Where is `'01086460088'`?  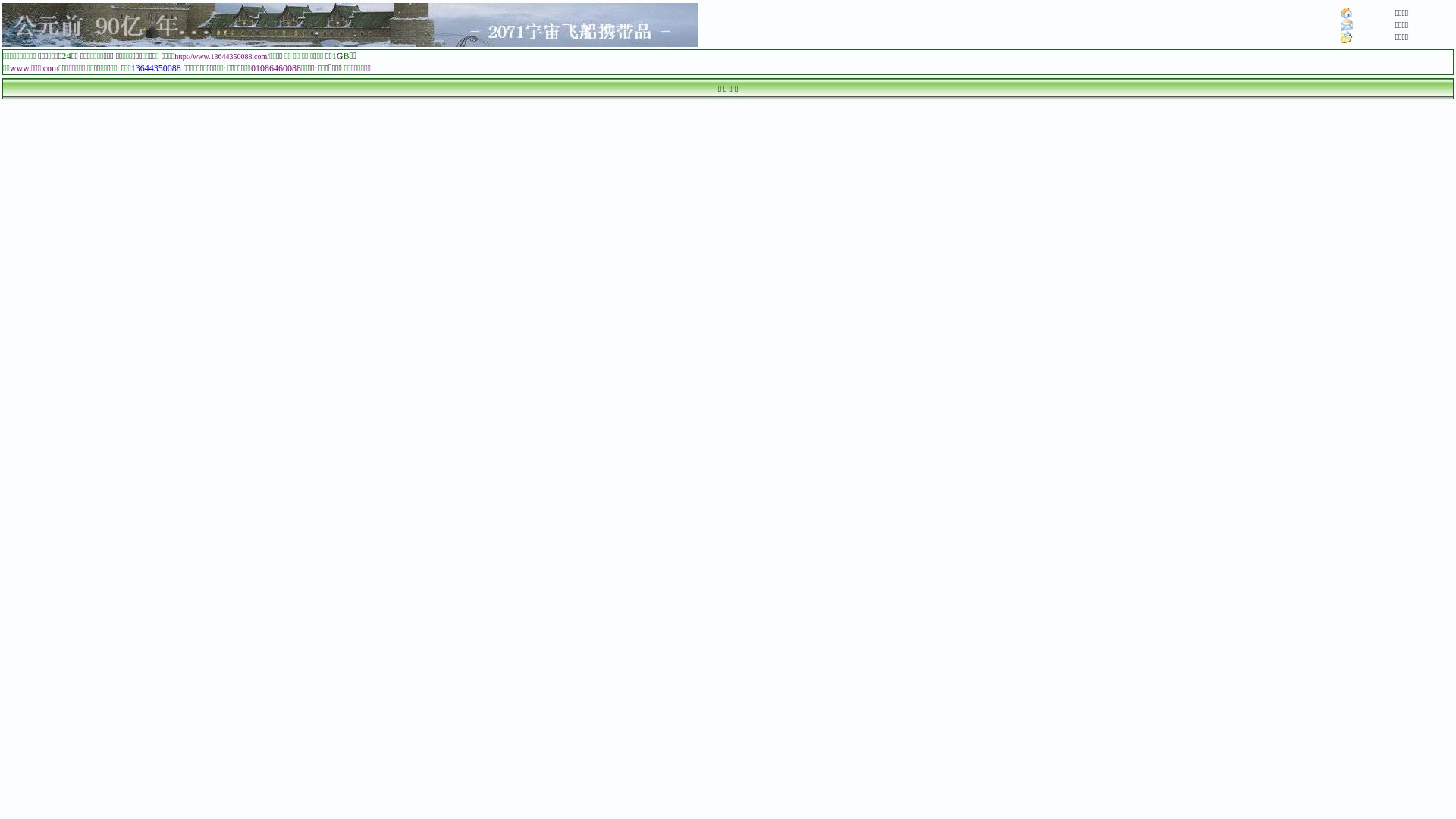 '01086460088' is located at coordinates (276, 67).